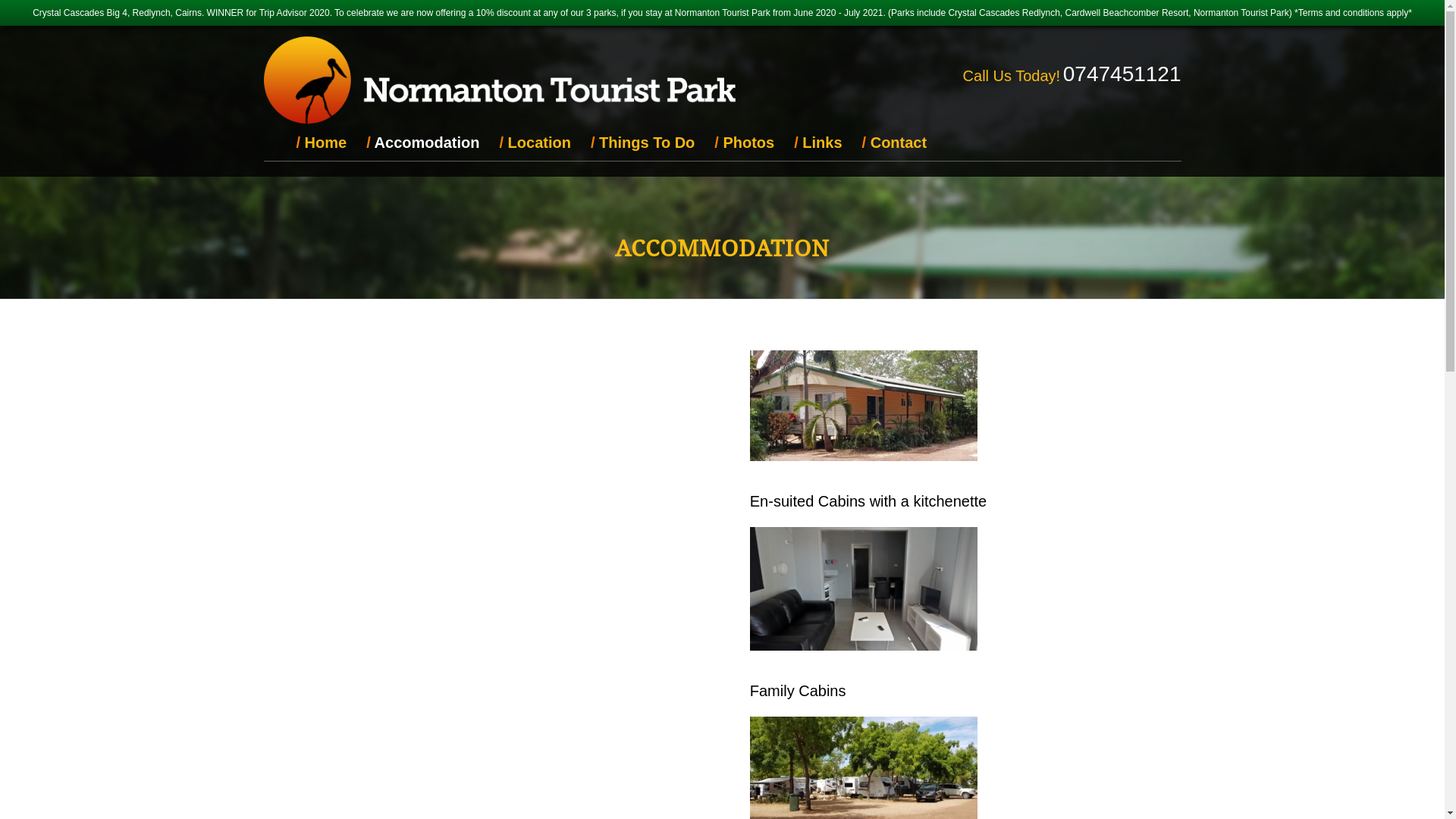 Image resolution: width=1456 pixels, height=819 pixels. What do you see at coordinates (642, 143) in the screenshot?
I see `'/ Things To Do'` at bounding box center [642, 143].